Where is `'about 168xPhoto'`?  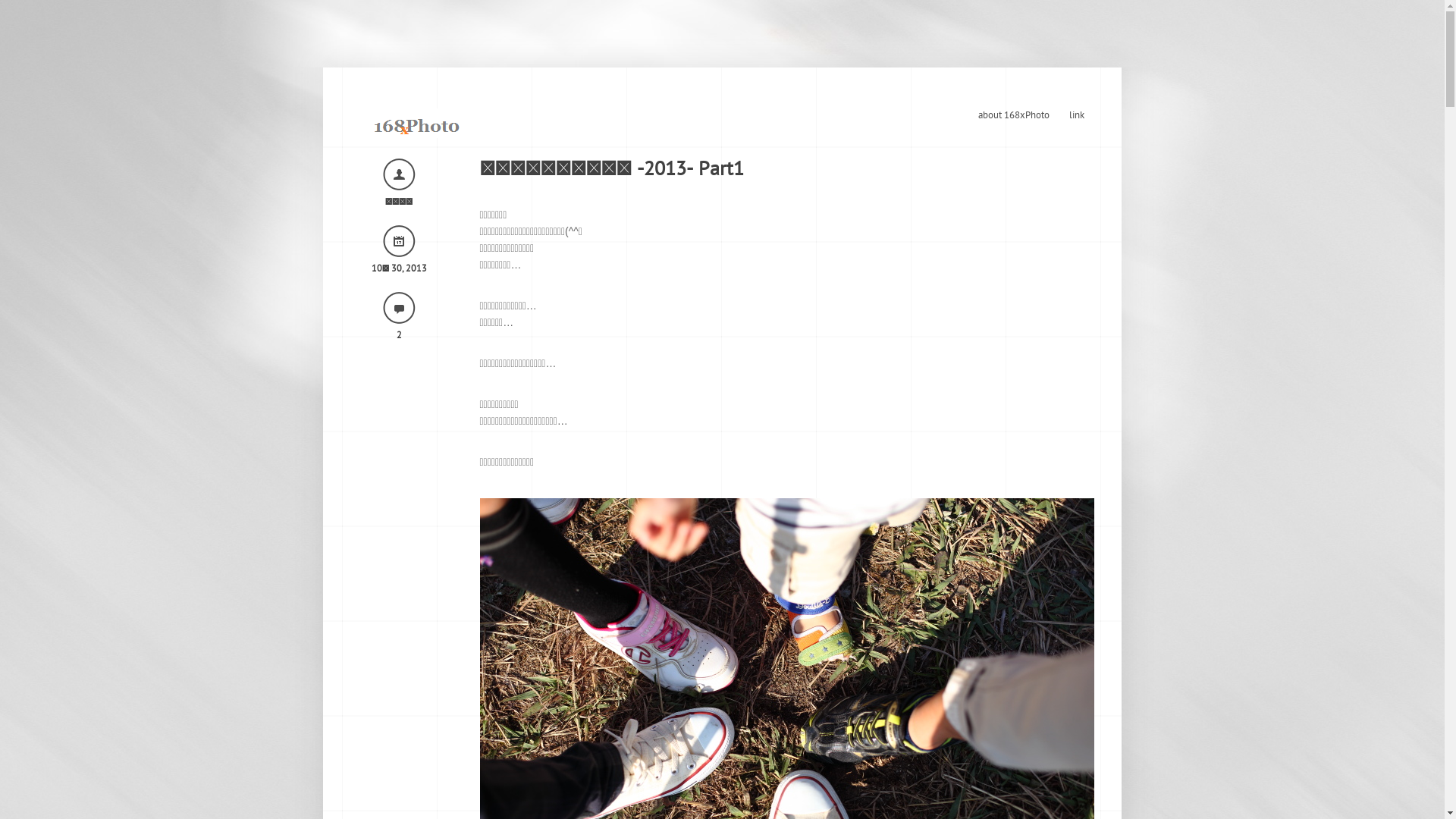 'about 168xPhoto' is located at coordinates (1012, 115).